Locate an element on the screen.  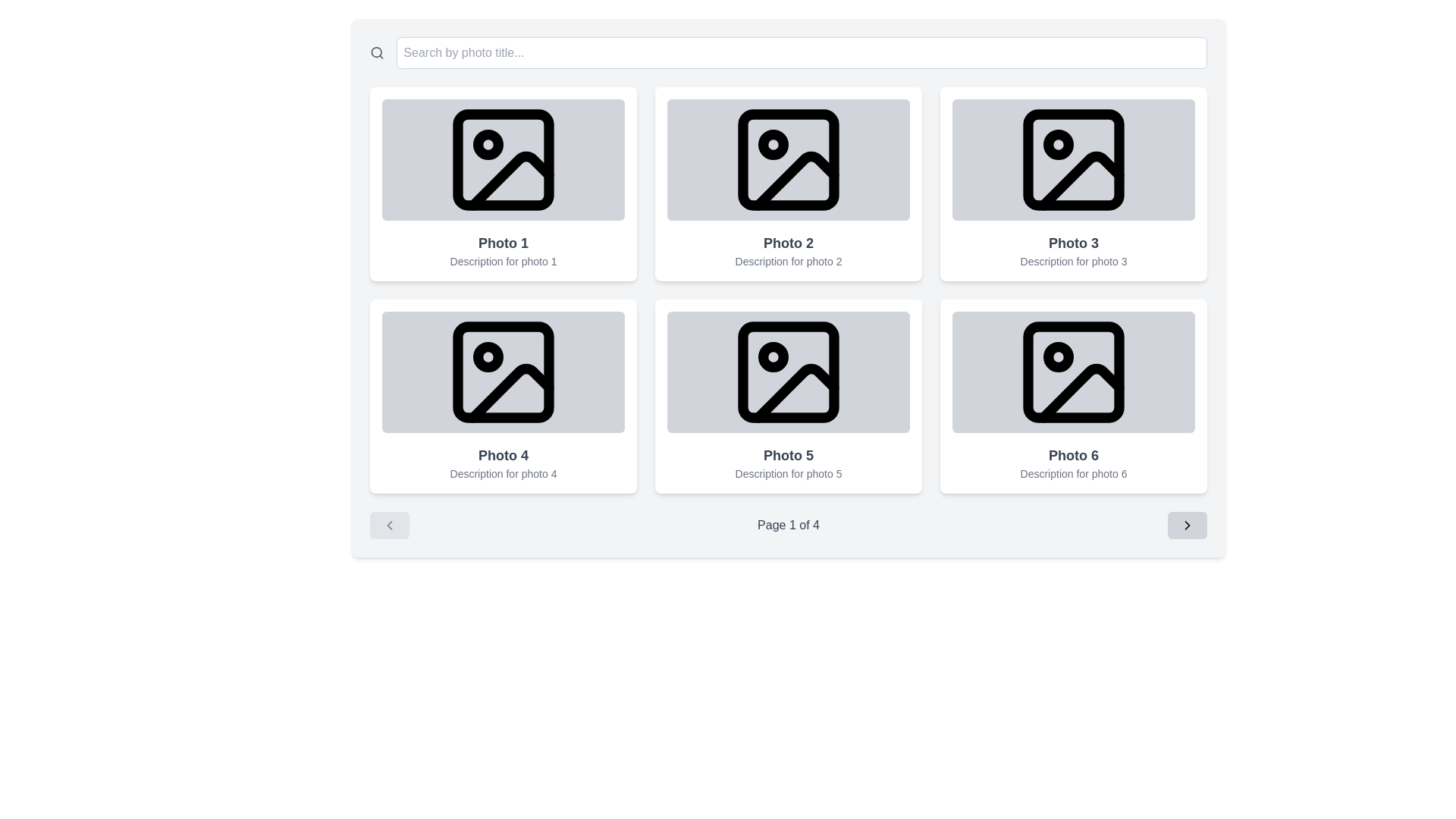
the black geometric line icon resembling a triangular shape with a diagonal bar across it, located within the fifth photo thumbnail in the second row of a six-item photo grid is located at coordinates (795, 391).